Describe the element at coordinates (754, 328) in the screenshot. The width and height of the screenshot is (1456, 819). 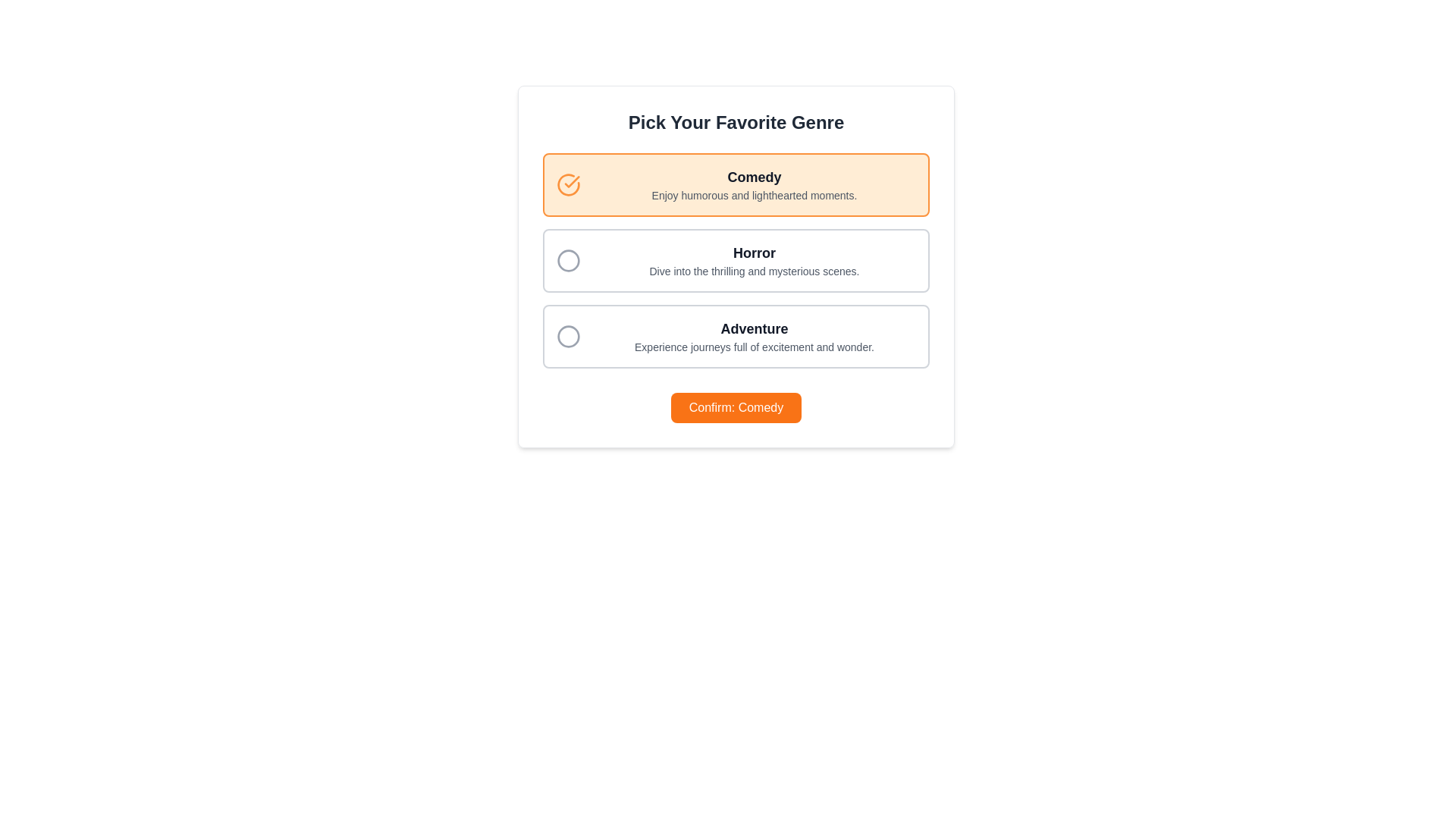
I see `the Text (Header) element that indicates the Adventure genre selection, located in the third genre selection card` at that location.